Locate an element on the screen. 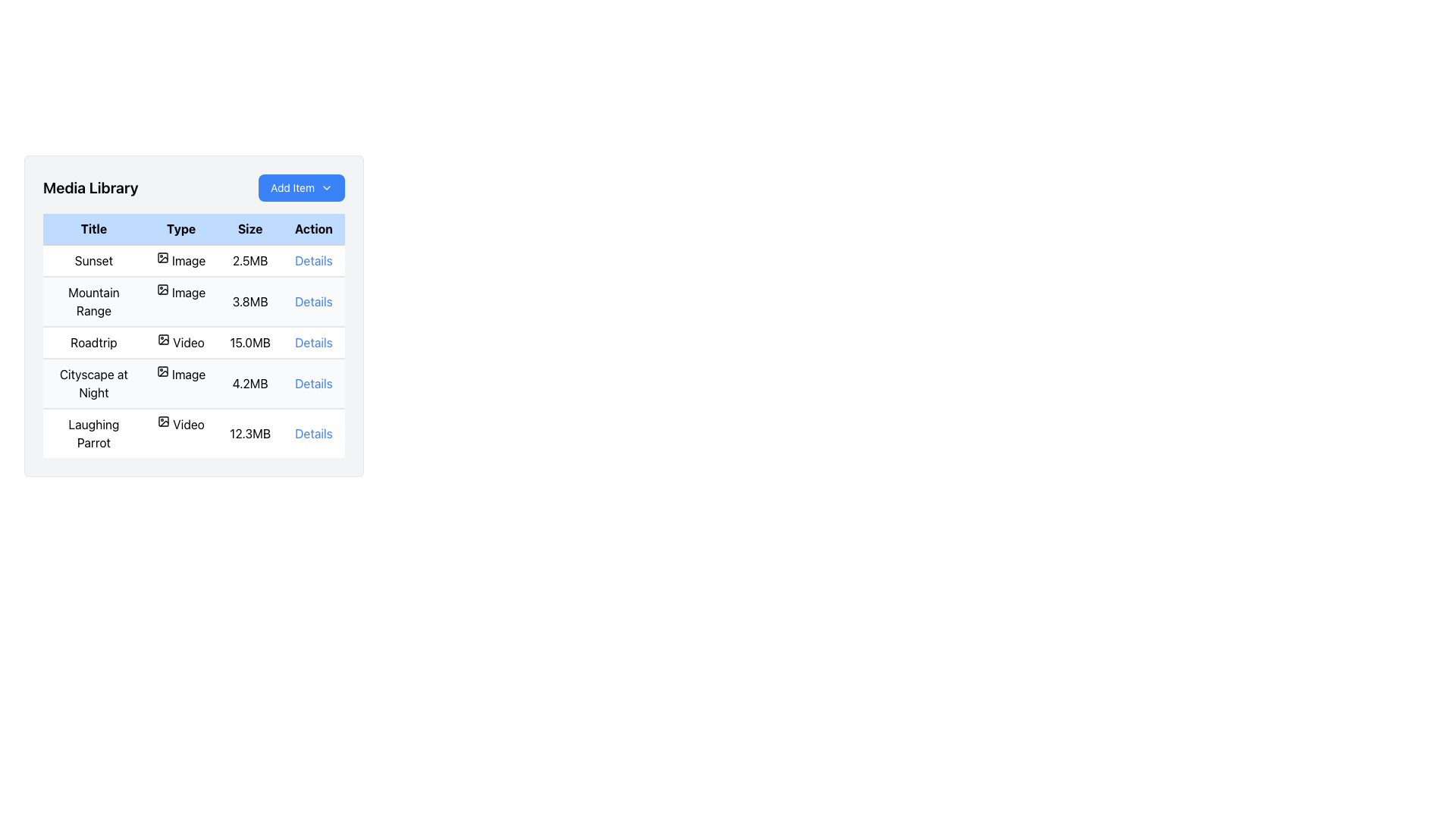  the text label displaying 'Roadtrip' in the title column of the media file table, located in the third row is located at coordinates (93, 342).